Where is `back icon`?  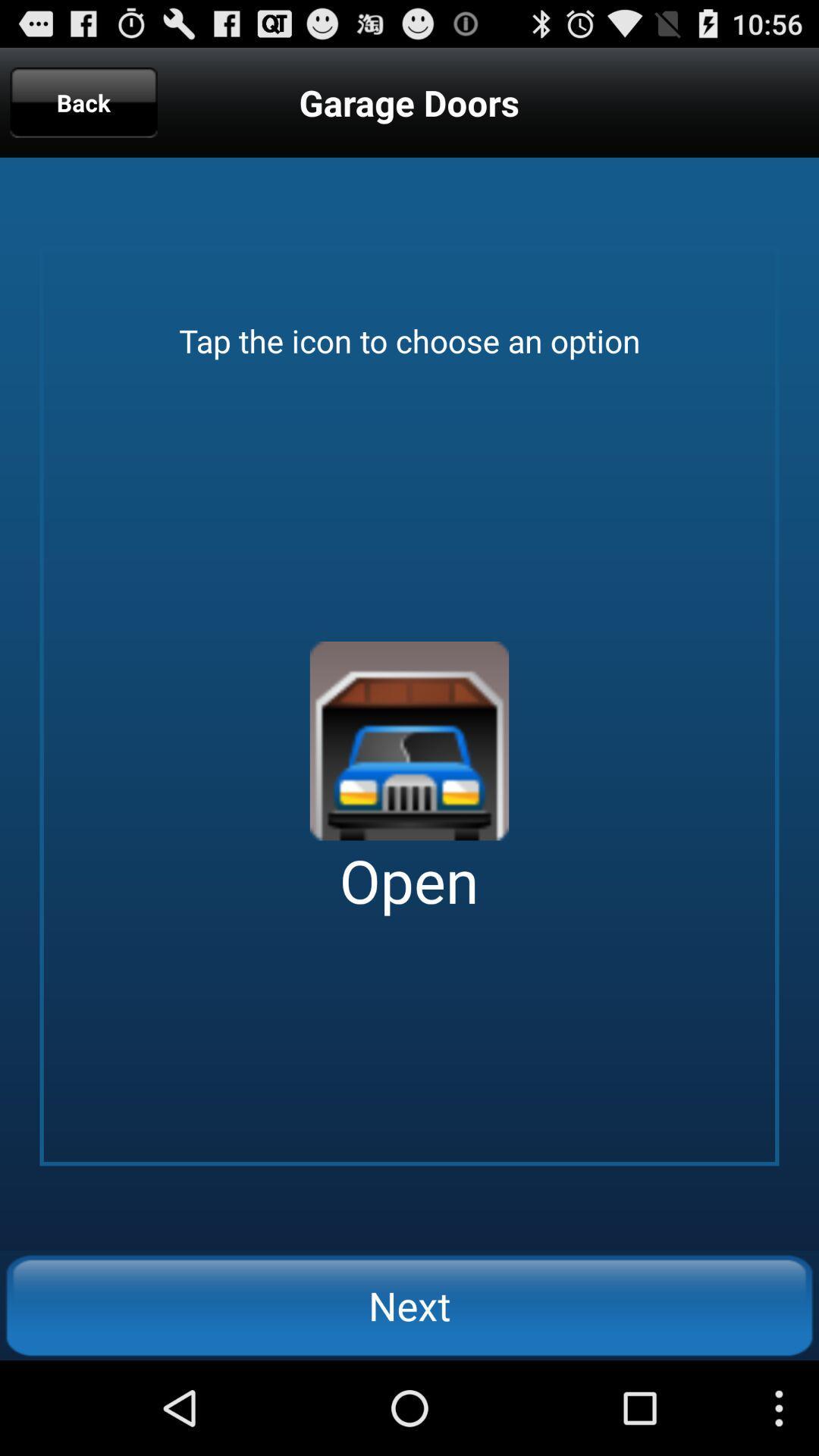
back icon is located at coordinates (83, 102).